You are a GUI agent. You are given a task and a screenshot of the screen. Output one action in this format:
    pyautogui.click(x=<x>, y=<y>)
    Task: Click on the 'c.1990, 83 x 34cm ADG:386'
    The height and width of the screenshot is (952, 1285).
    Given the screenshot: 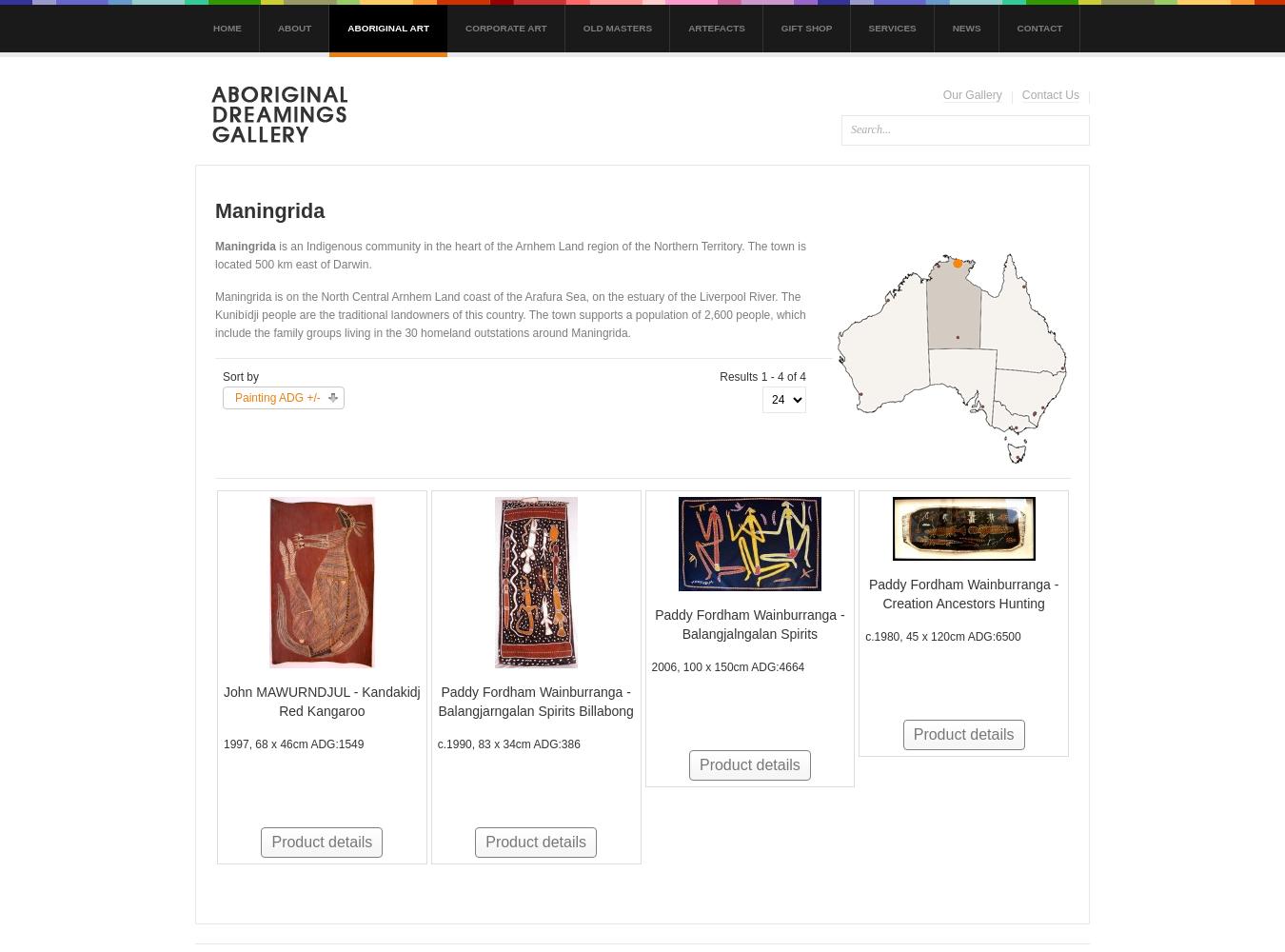 What is the action you would take?
    pyautogui.click(x=507, y=744)
    